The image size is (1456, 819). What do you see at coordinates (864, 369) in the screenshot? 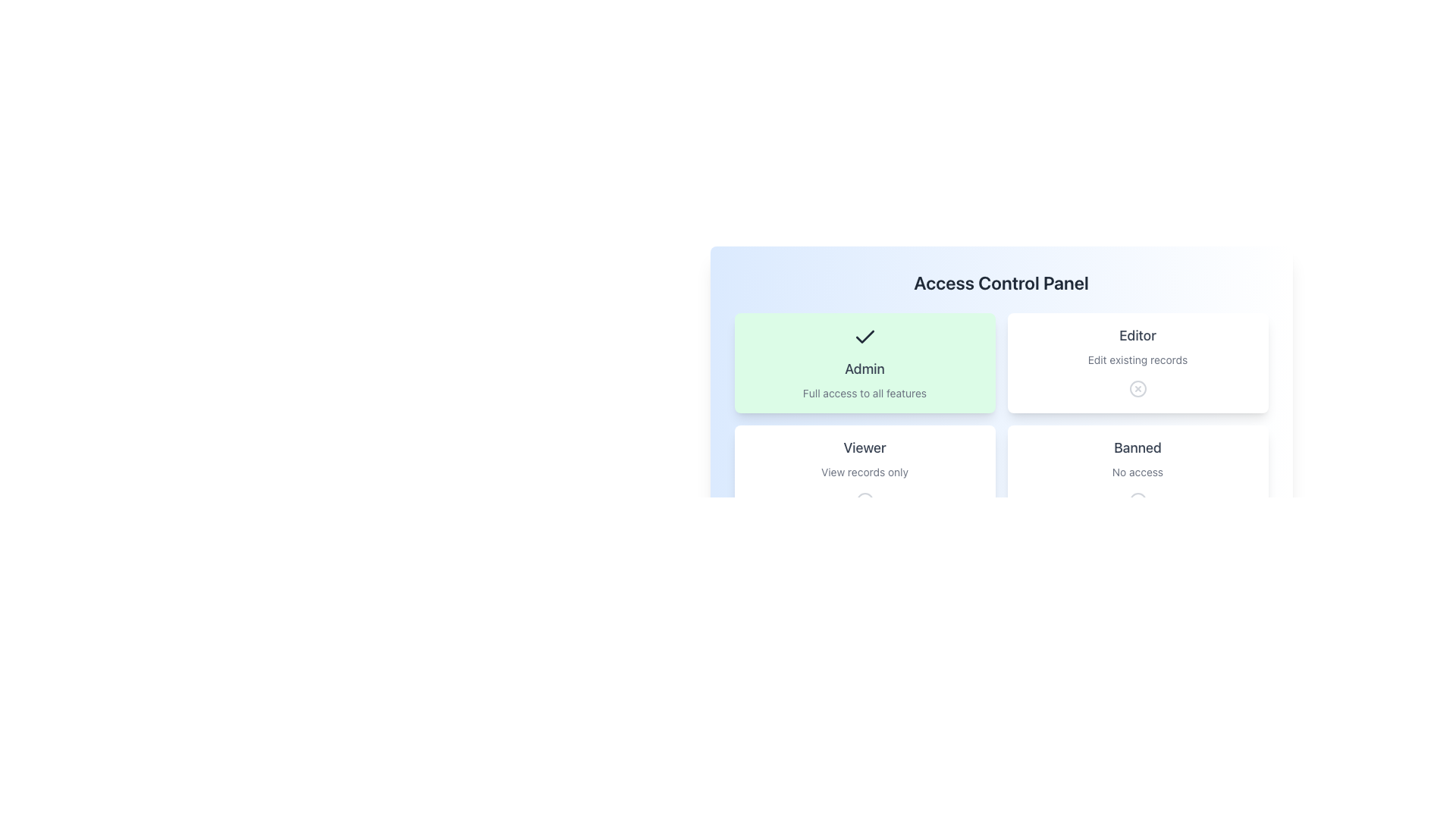
I see `text label displaying 'Admin' which is centrally positioned in the green rectangular card representing the 'Admin' role` at bounding box center [864, 369].